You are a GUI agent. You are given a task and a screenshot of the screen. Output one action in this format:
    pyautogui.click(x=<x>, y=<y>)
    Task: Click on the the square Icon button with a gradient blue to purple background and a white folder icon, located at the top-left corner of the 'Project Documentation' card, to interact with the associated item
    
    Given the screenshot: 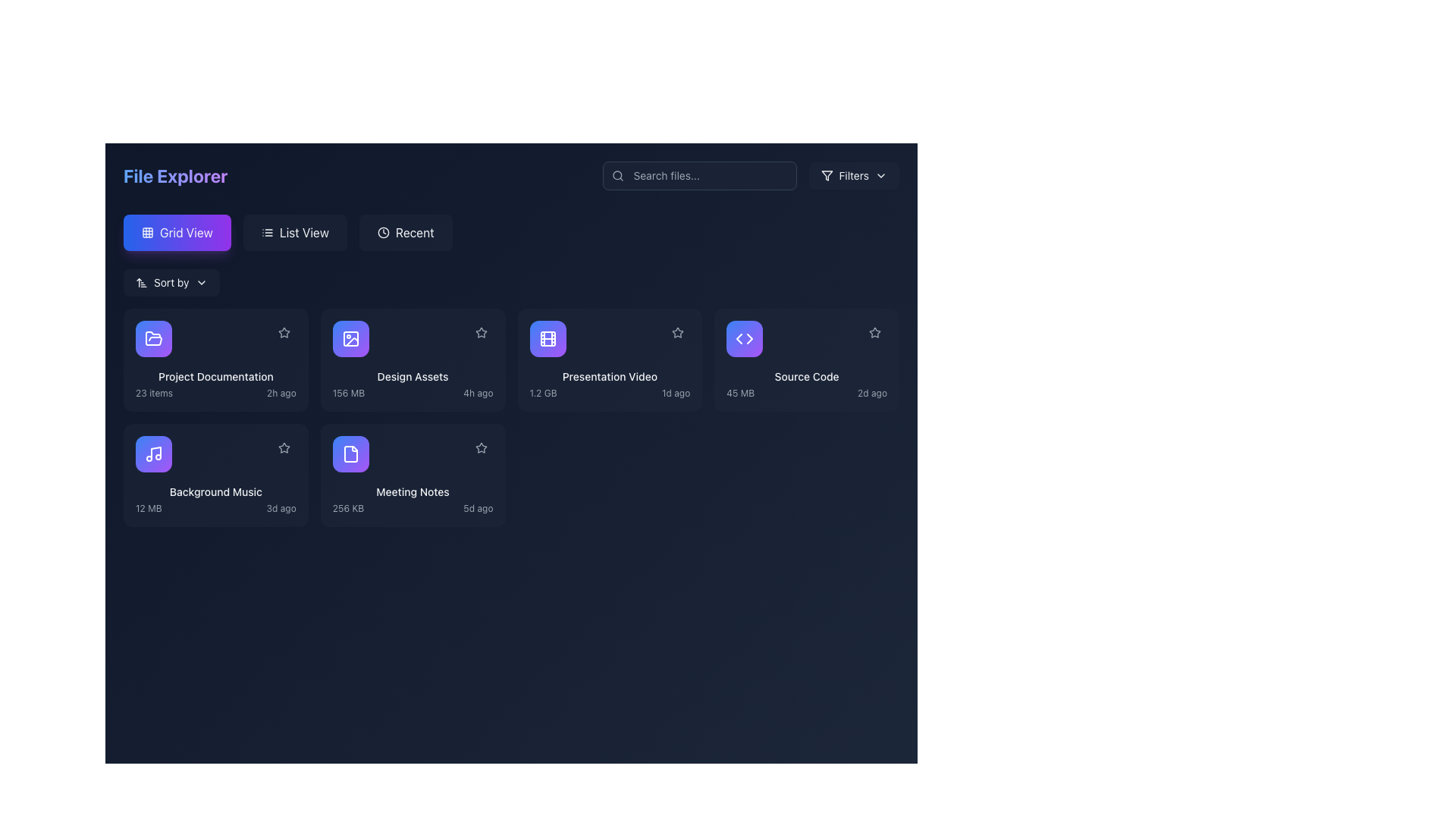 What is the action you would take?
    pyautogui.click(x=153, y=338)
    